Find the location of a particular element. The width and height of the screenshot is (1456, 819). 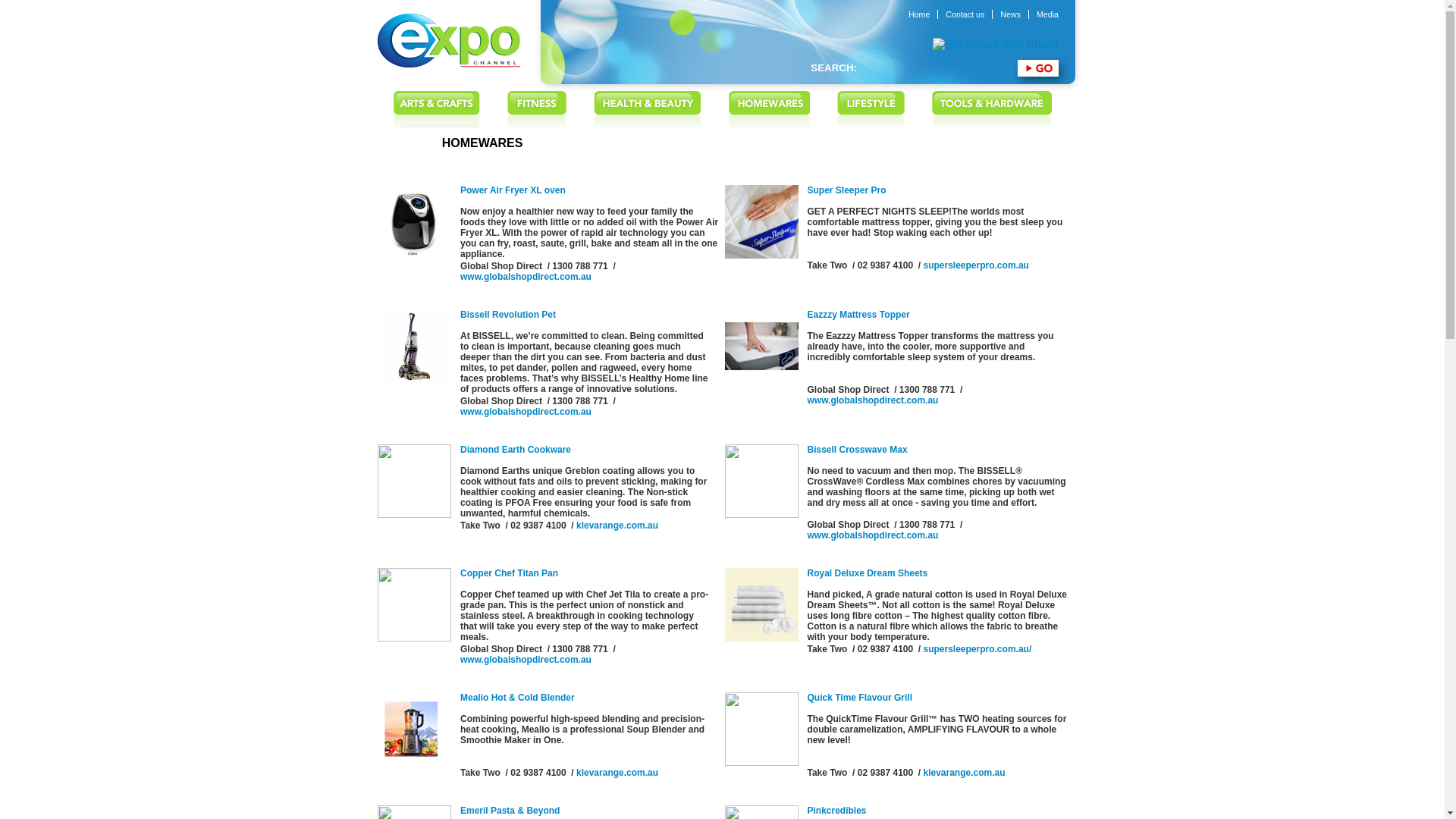

'Copper Chef Titan Pan' is located at coordinates (509, 573).